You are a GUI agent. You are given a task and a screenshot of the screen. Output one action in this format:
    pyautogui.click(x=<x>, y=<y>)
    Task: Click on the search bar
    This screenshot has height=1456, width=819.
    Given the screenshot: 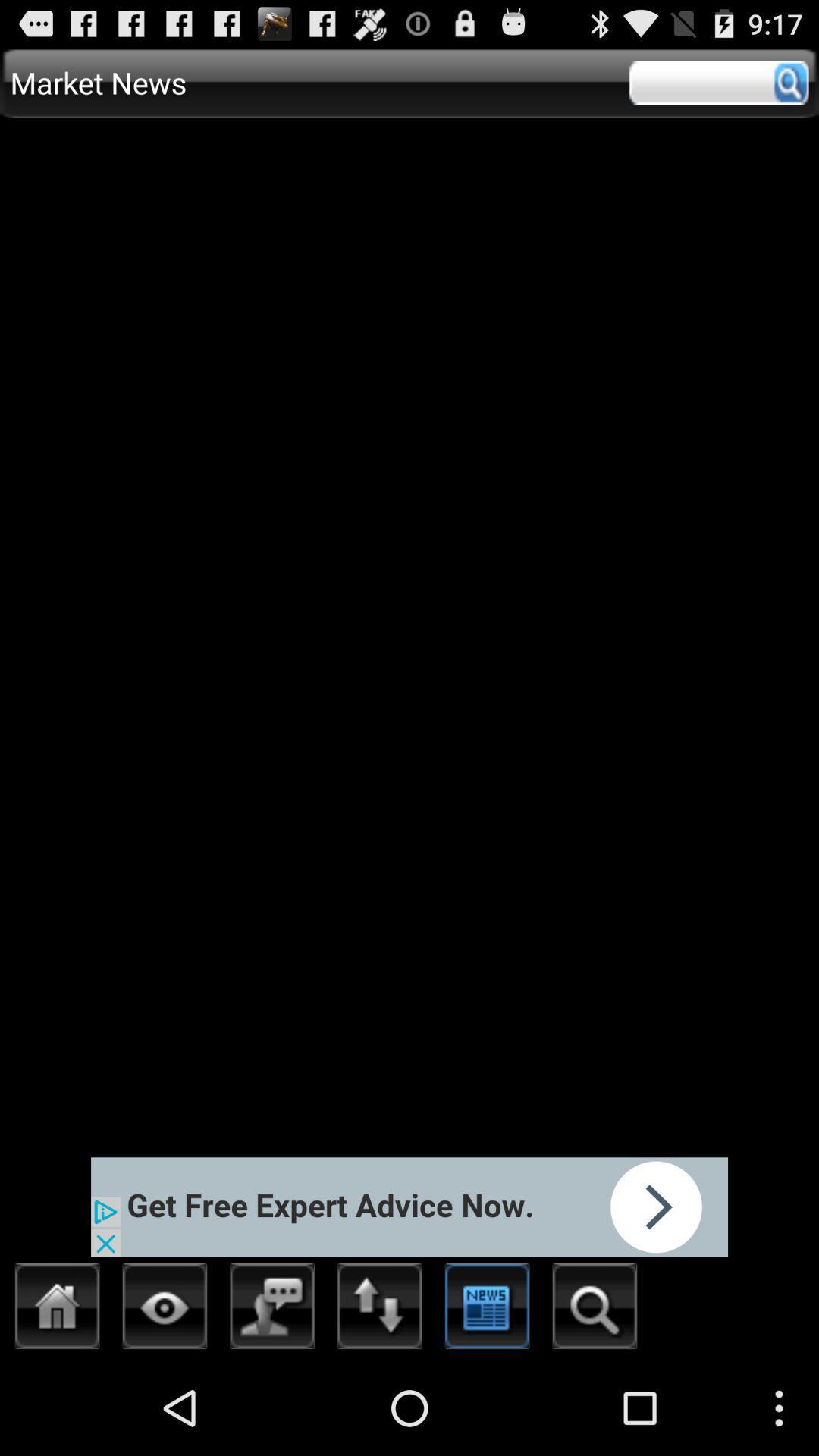 What is the action you would take?
    pyautogui.click(x=718, y=82)
    